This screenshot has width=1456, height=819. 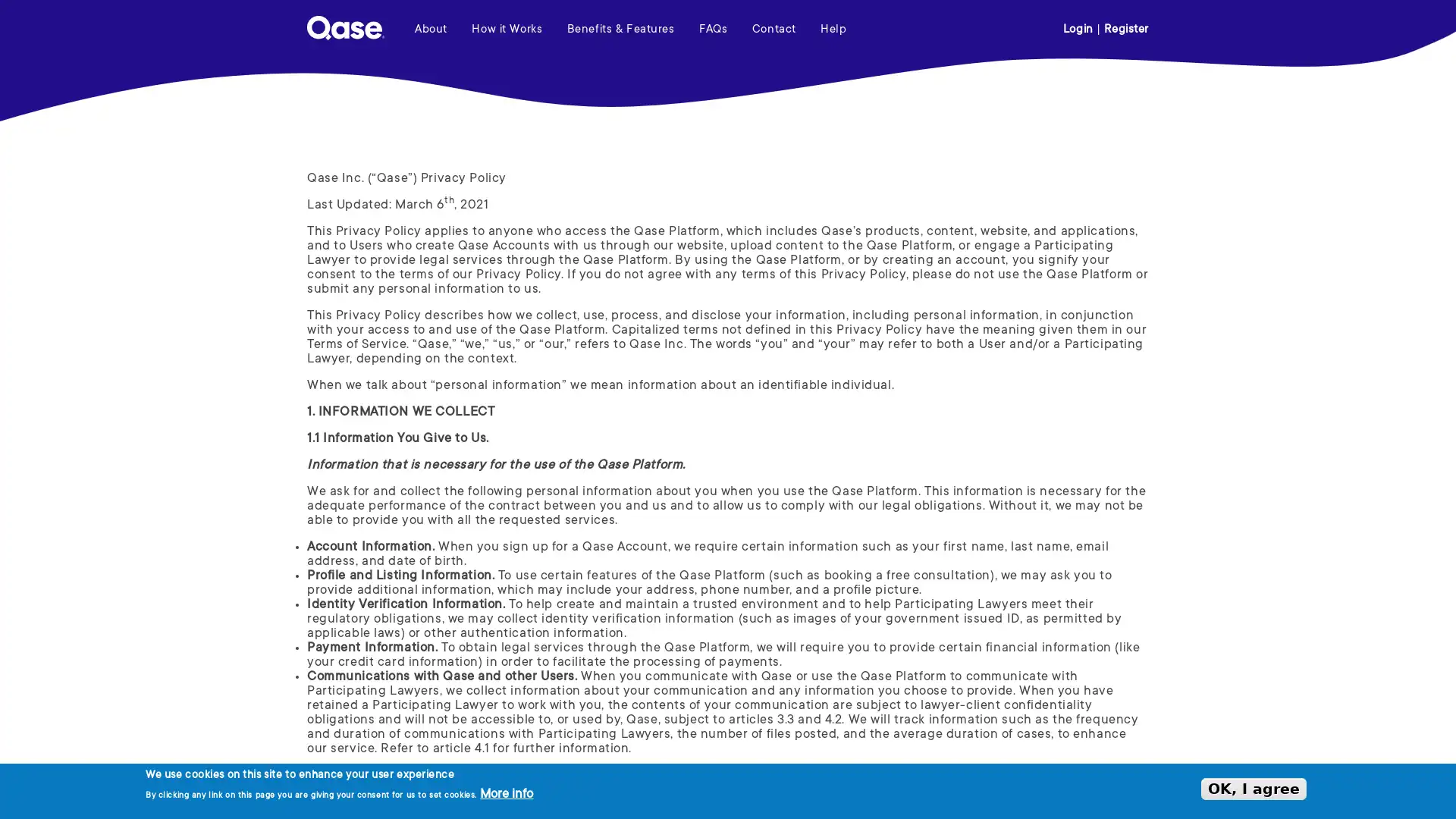 I want to click on OK, I agree, so click(x=1254, y=788).